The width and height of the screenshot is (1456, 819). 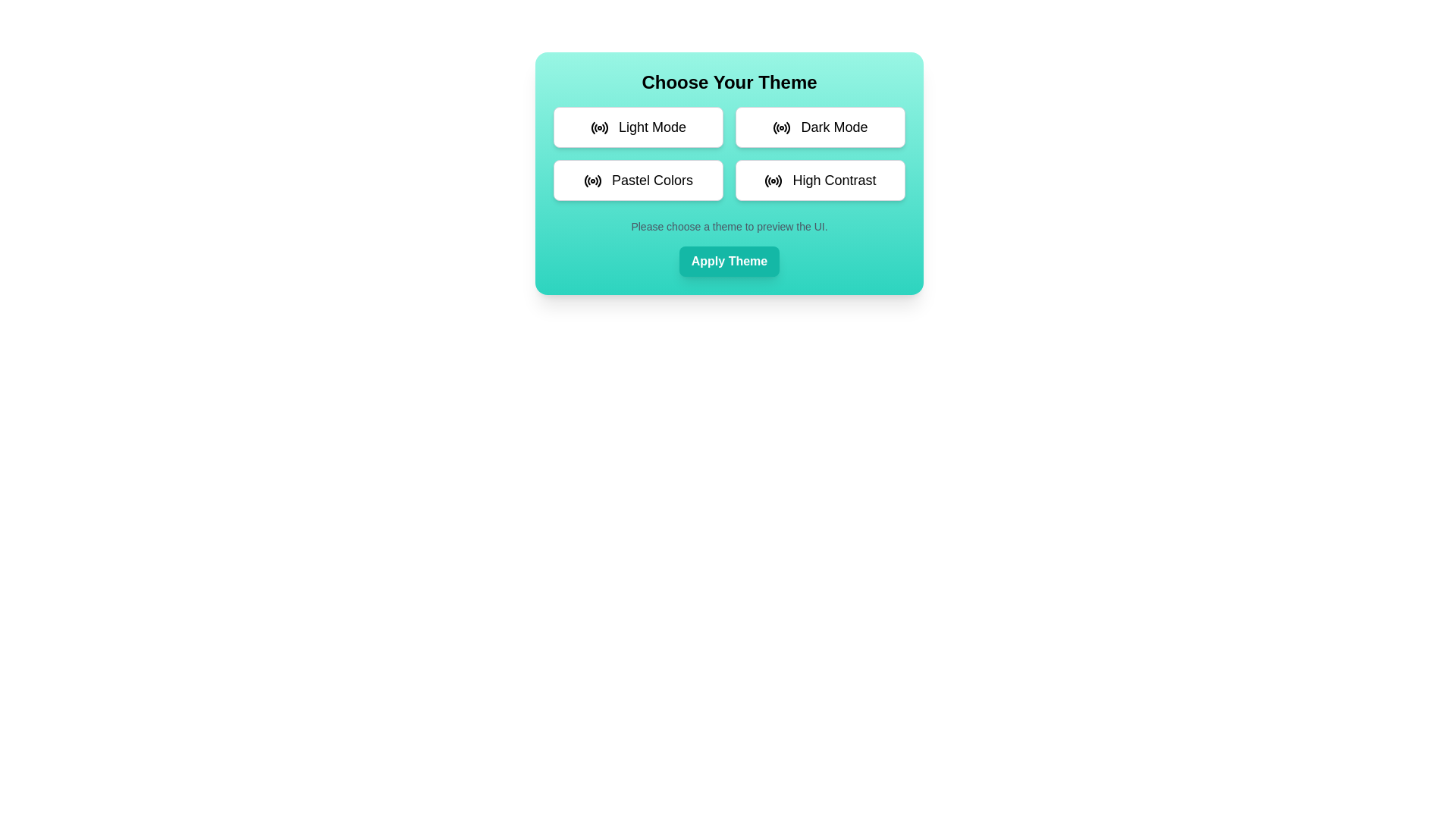 What do you see at coordinates (819, 180) in the screenshot?
I see `the 'High Contrast' button, which is a rectangular button with rounded corners, featuring a white background, gray border, and a radio-like icon to its left, located at the bottom-right of a 2x2 grid layout` at bounding box center [819, 180].